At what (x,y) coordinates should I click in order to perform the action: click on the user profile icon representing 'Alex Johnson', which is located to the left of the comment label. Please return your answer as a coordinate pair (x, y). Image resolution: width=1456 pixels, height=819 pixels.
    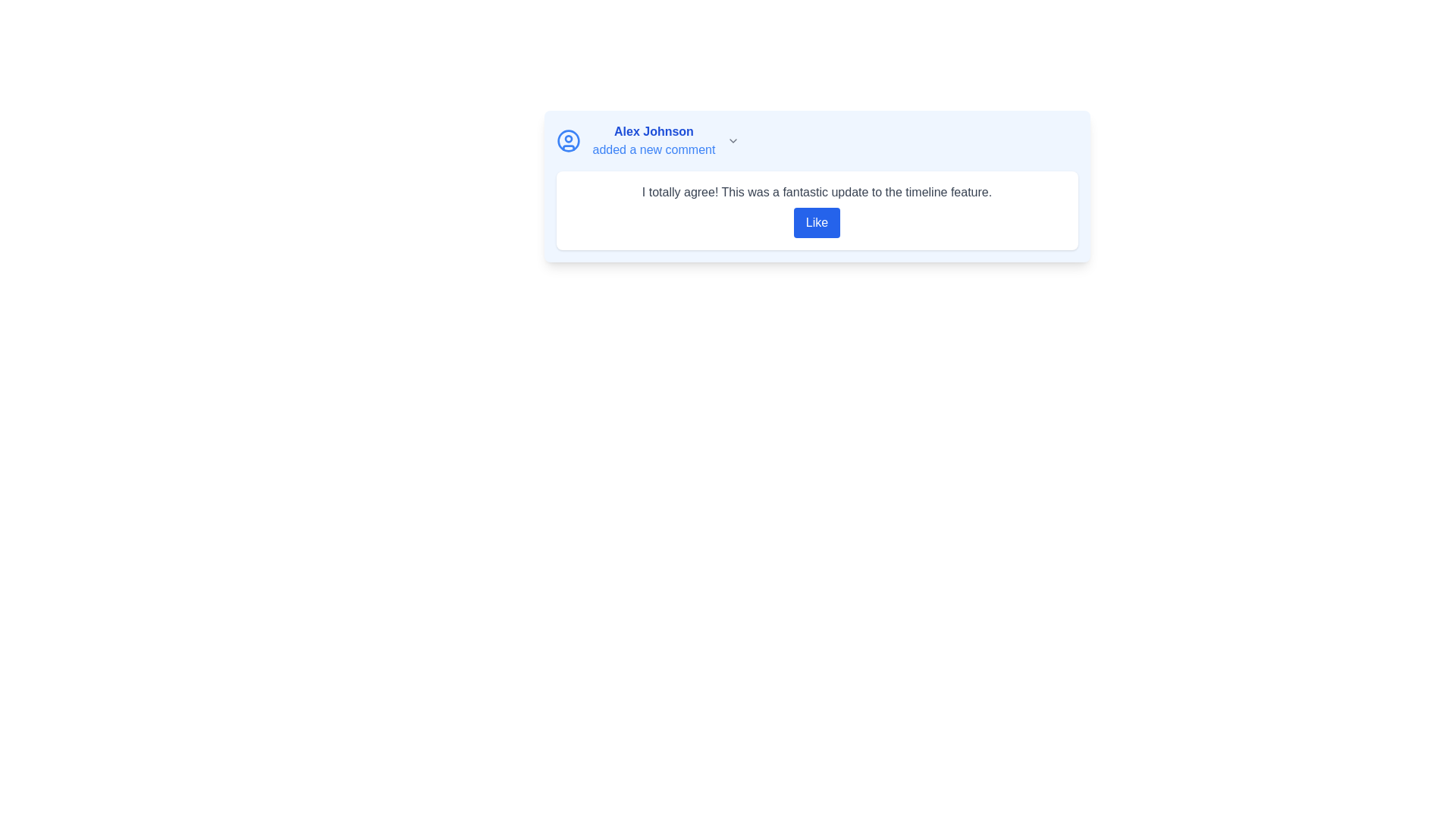
    Looking at the image, I should click on (567, 140).